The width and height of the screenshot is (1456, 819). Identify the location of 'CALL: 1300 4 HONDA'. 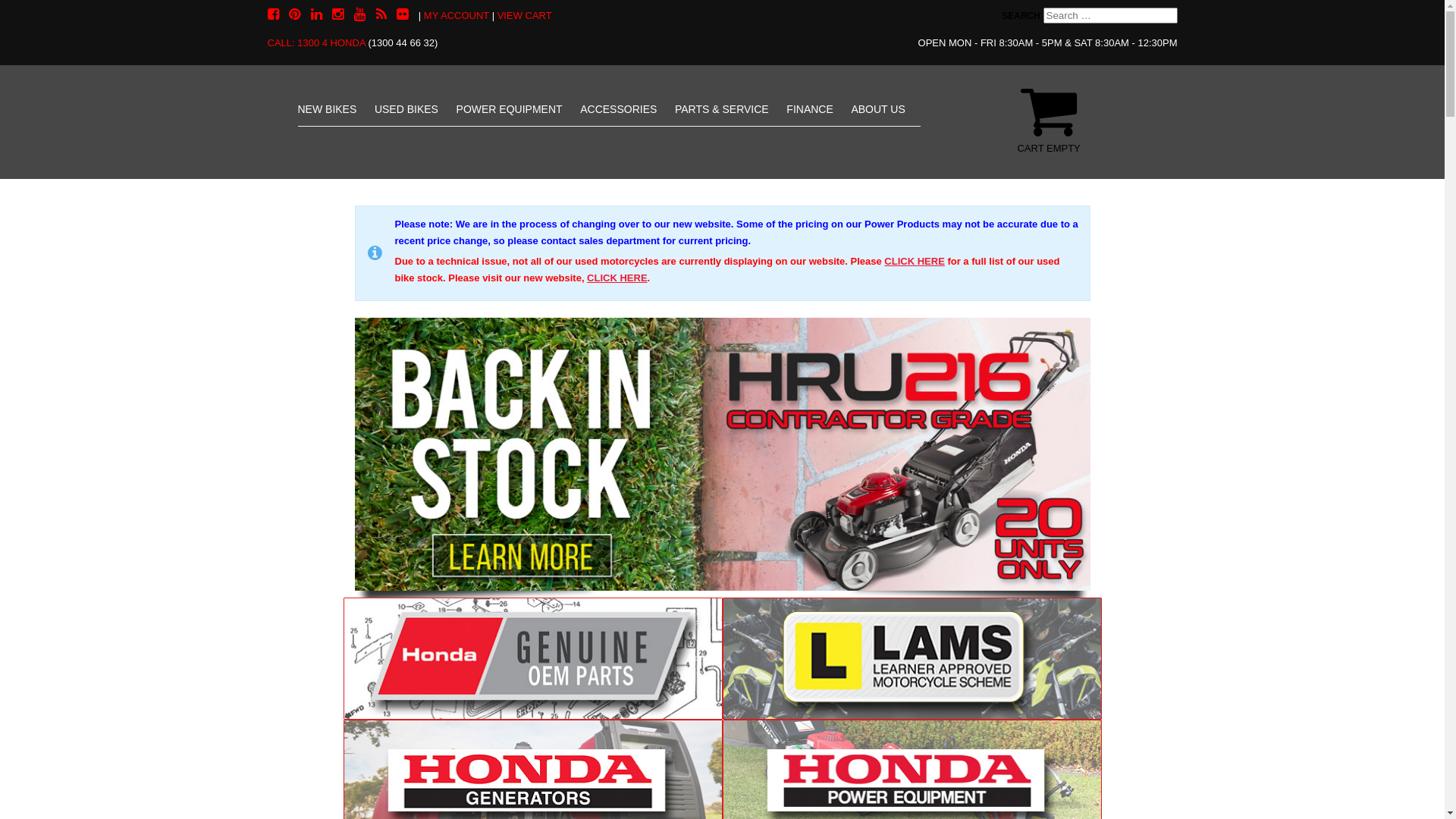
(315, 41).